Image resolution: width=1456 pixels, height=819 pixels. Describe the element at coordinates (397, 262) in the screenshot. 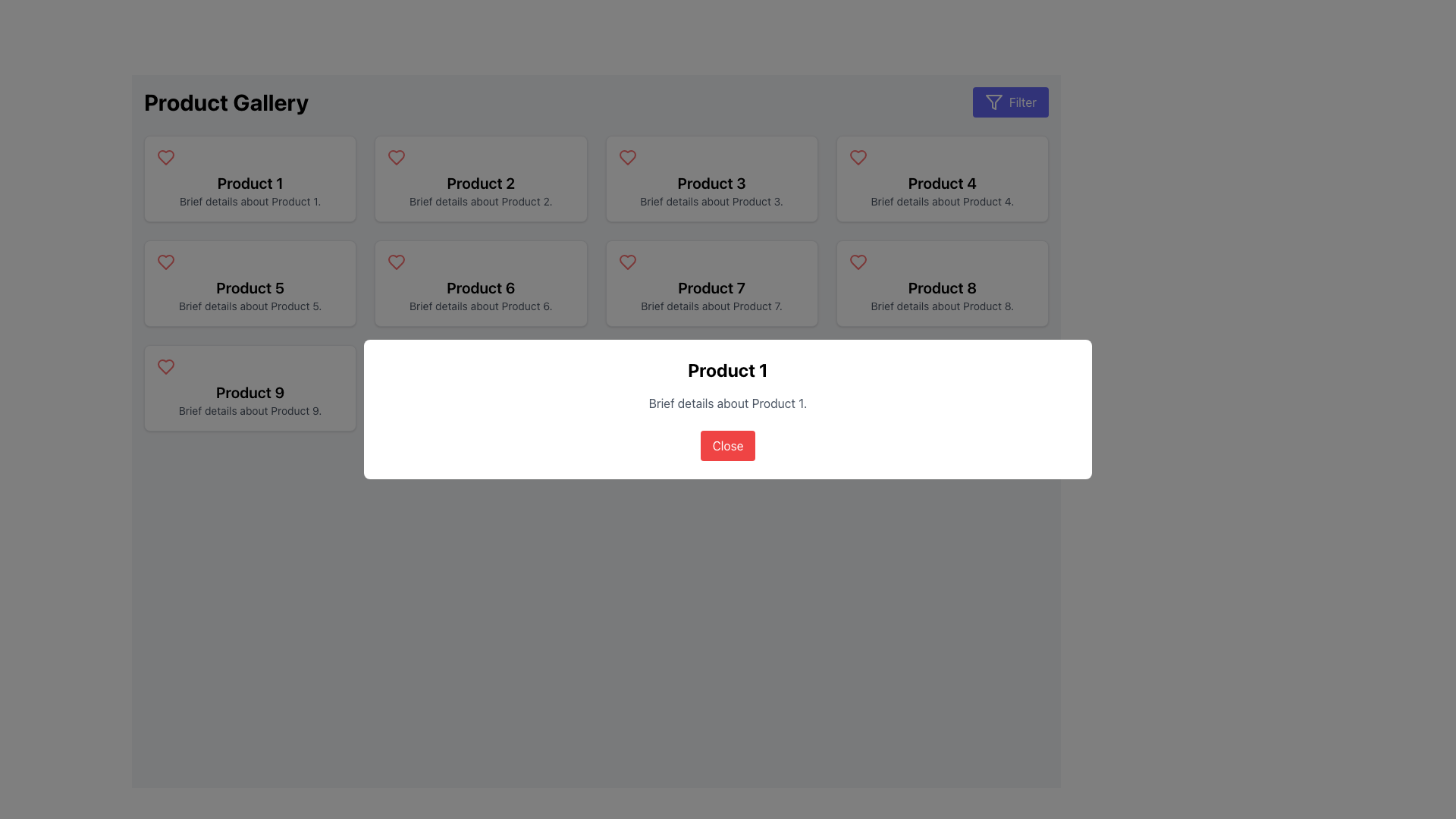

I see `the heart icon in the upper-left corner of 'Product 6' to trigger a tooltip` at that location.